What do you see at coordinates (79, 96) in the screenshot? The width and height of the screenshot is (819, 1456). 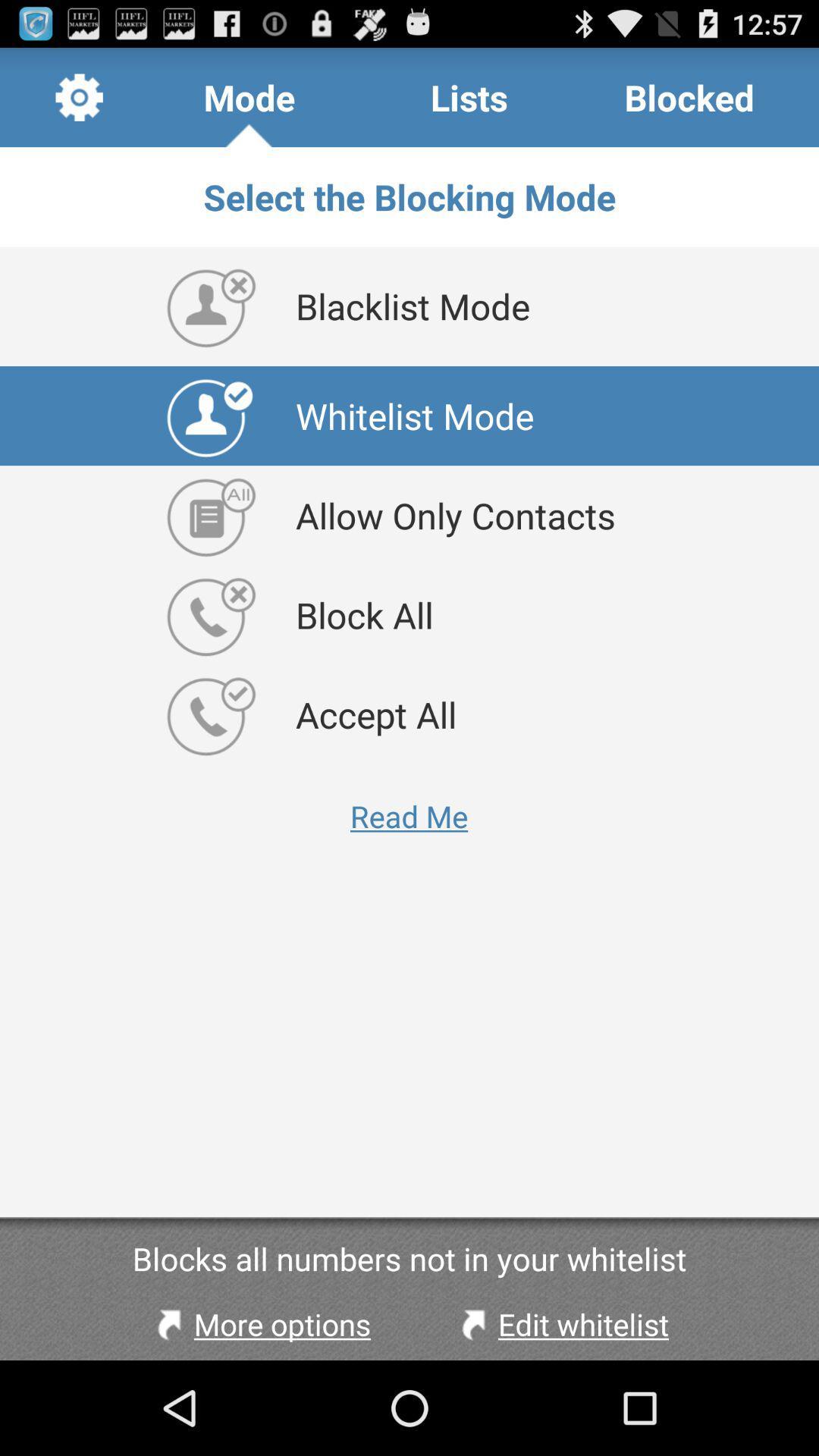 I see `item next to mode icon` at bounding box center [79, 96].